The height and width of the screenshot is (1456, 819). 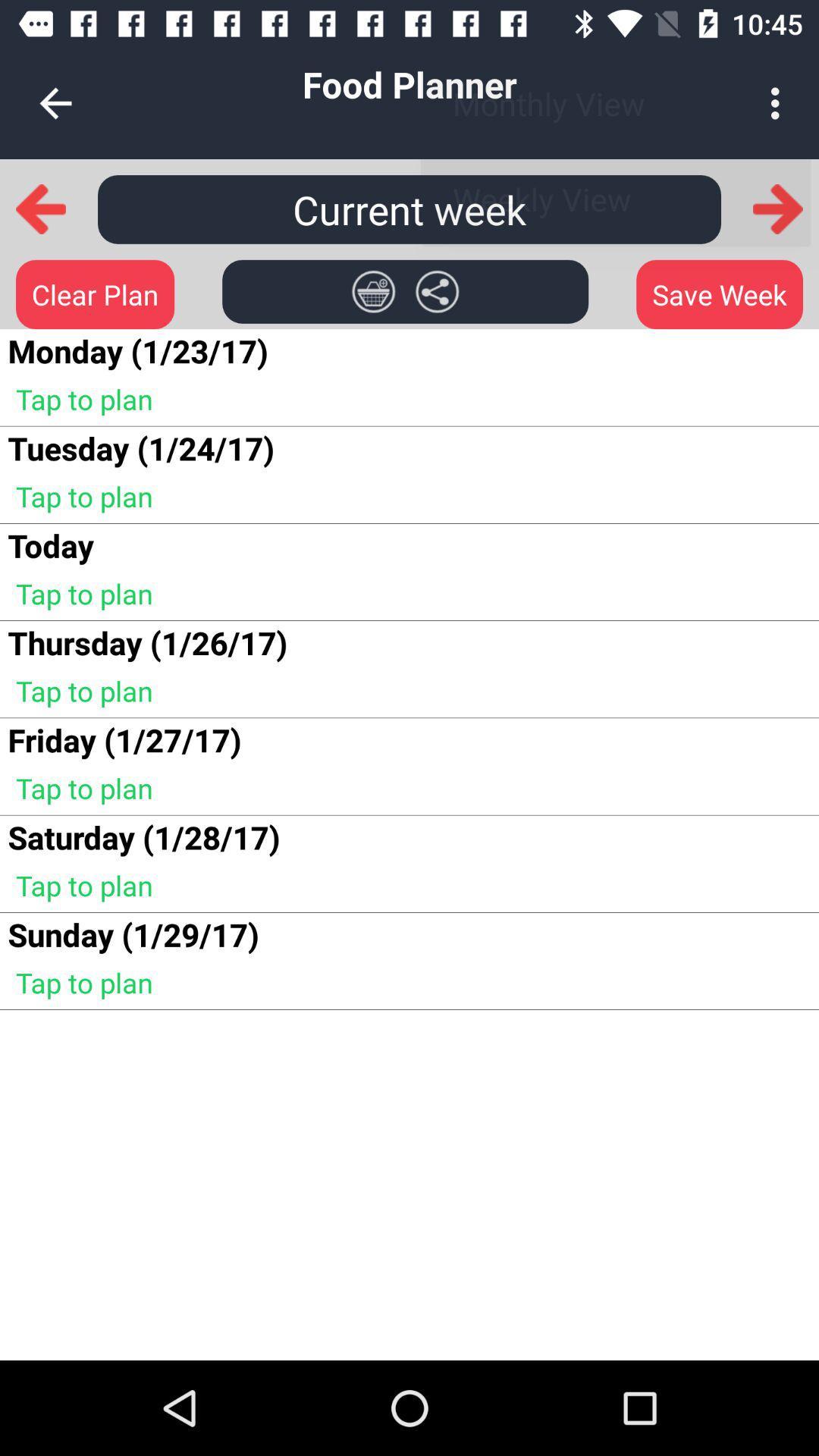 What do you see at coordinates (50, 545) in the screenshot?
I see `the item below tap to plan` at bounding box center [50, 545].